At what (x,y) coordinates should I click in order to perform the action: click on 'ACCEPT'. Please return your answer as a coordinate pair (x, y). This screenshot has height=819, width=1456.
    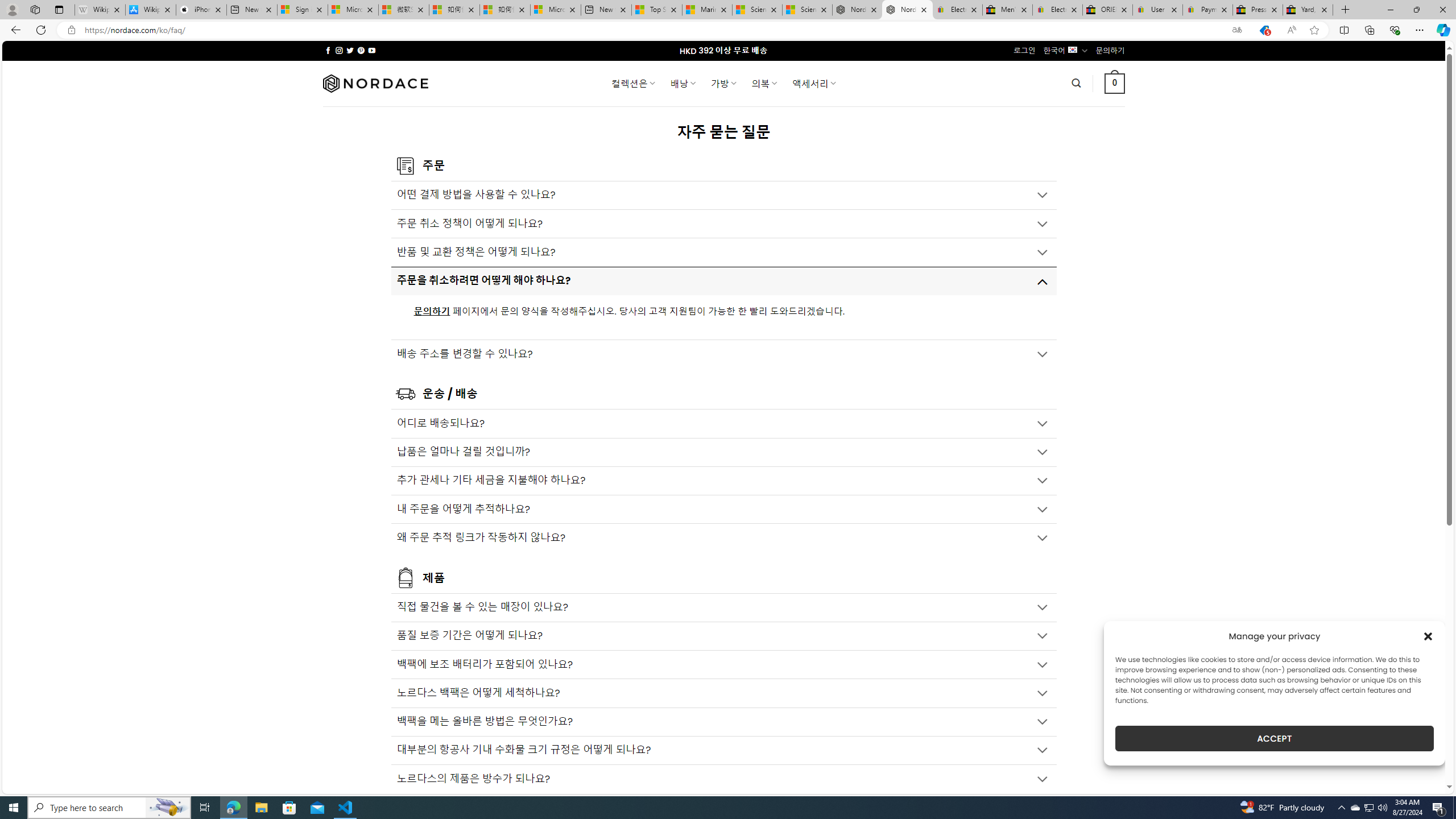
    Looking at the image, I should click on (1275, 738).